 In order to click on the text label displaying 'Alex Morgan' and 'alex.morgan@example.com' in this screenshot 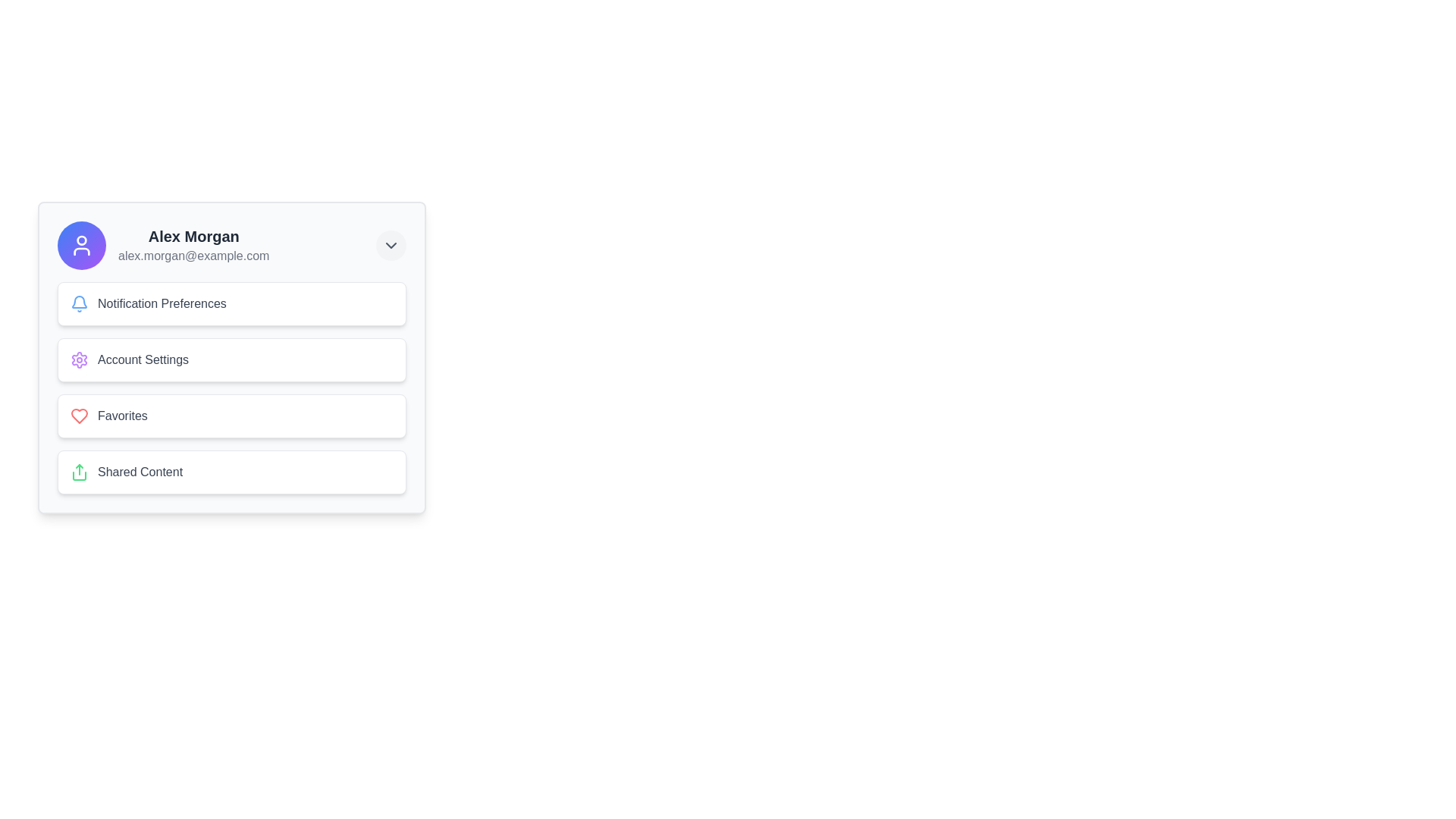, I will do `click(193, 245)`.